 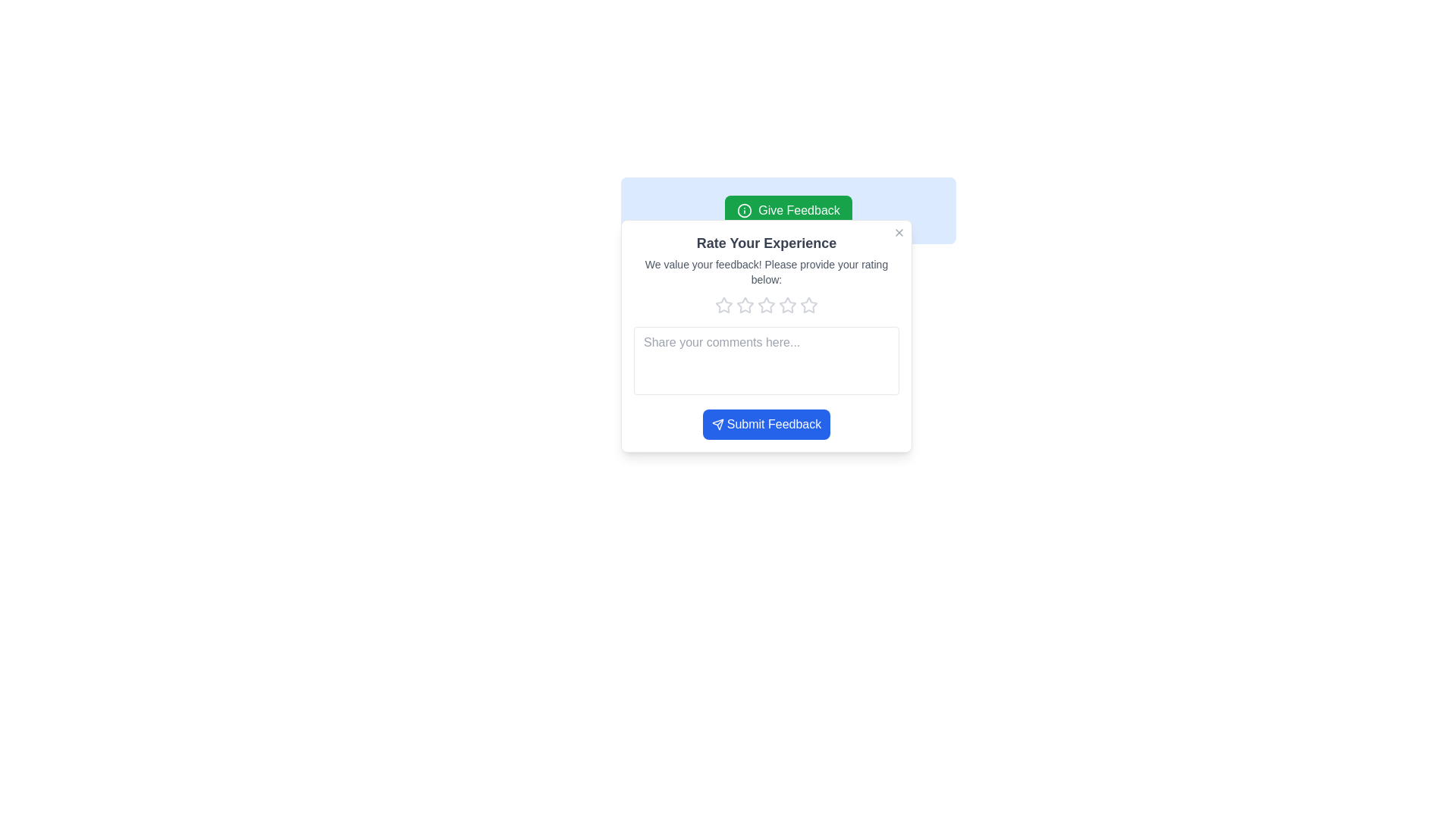 What do you see at coordinates (899, 233) in the screenshot?
I see `the close button located at the upper-right corner of the feedback form` at bounding box center [899, 233].